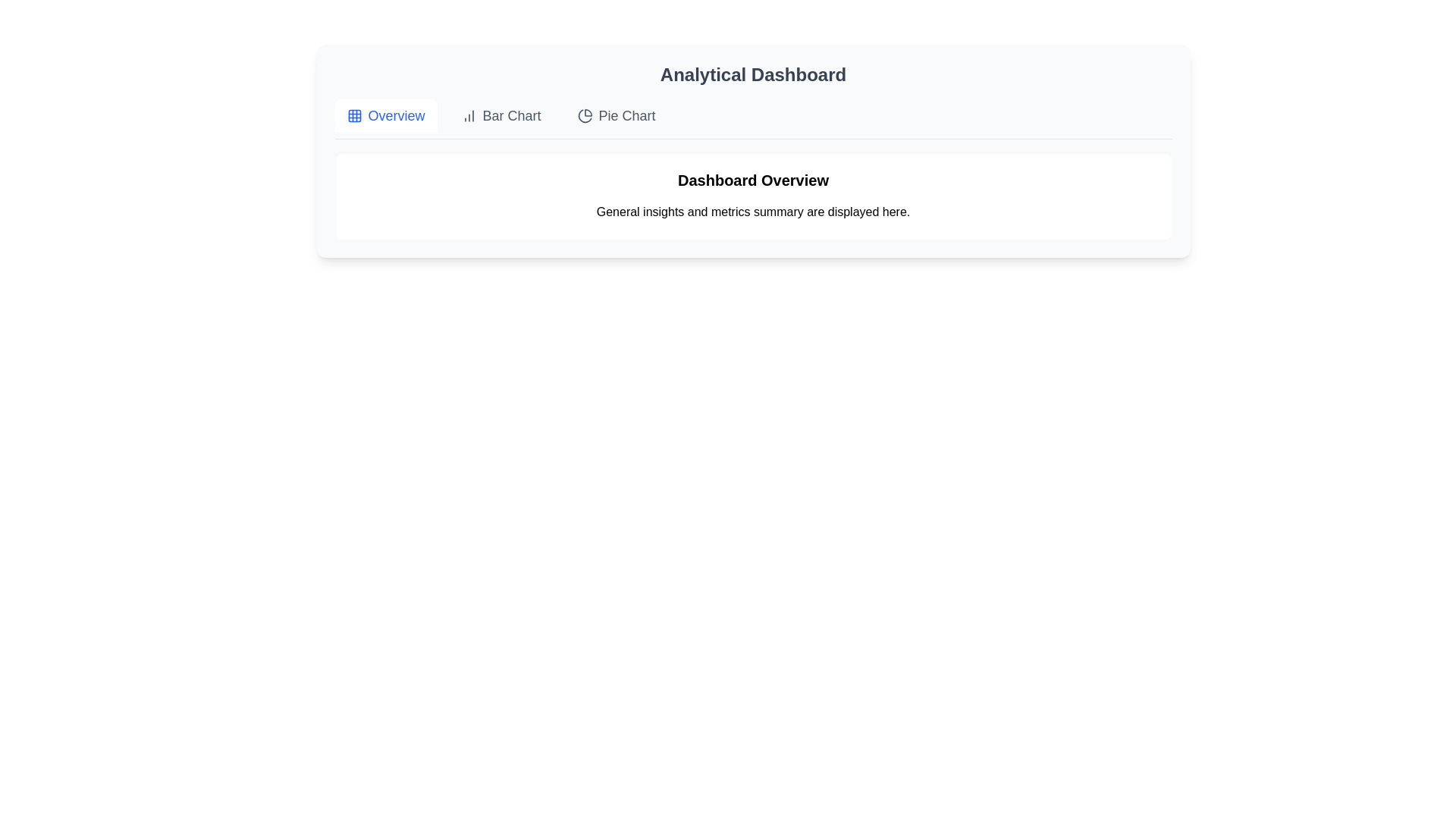  What do you see at coordinates (617, 115) in the screenshot?
I see `the 'Pie Chart' tab in the navigation bar` at bounding box center [617, 115].